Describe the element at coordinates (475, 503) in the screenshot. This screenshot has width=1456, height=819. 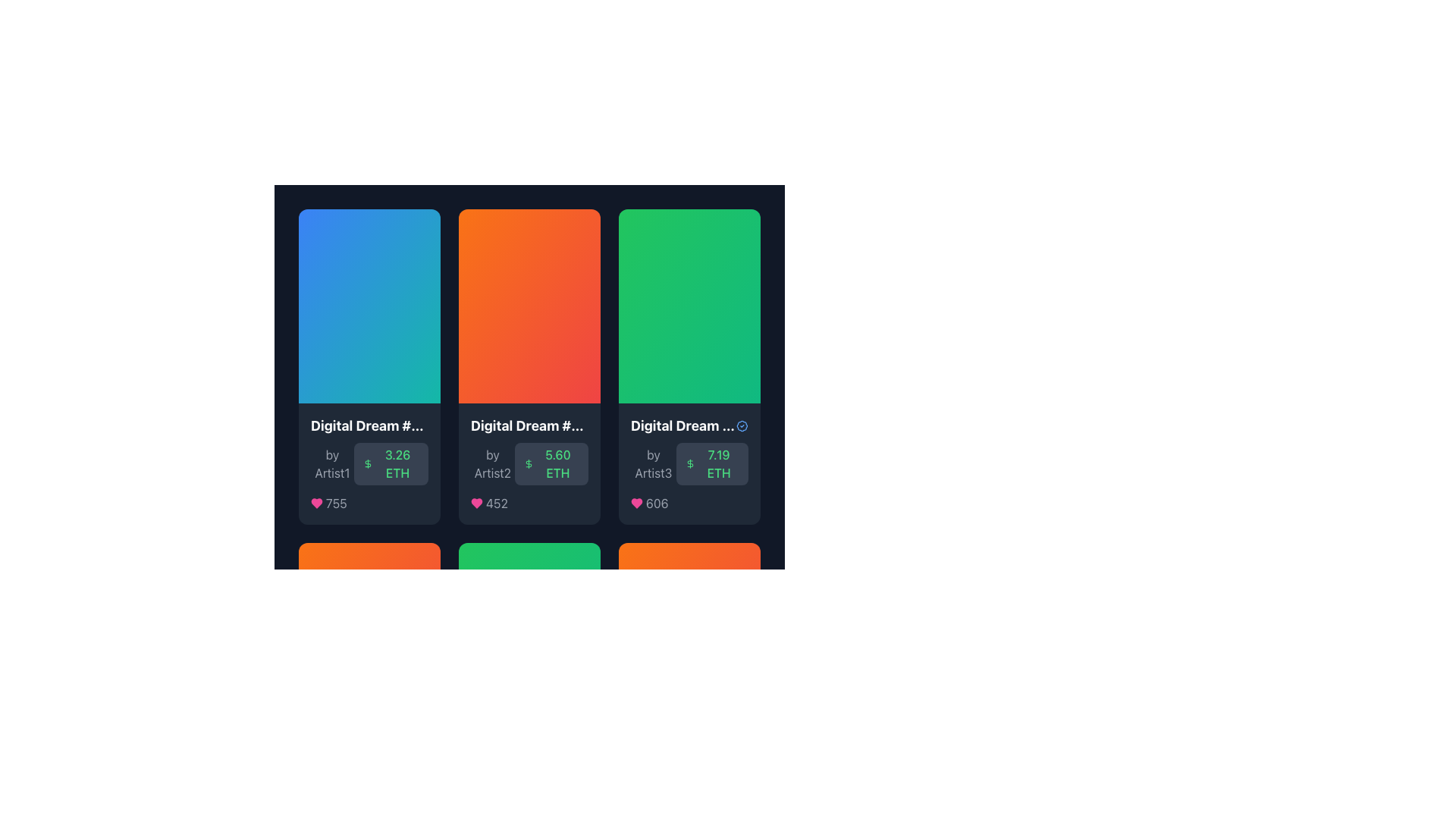
I see `the heart-shaped icon filled with pink color located in the bottom-left section of the third card` at that location.